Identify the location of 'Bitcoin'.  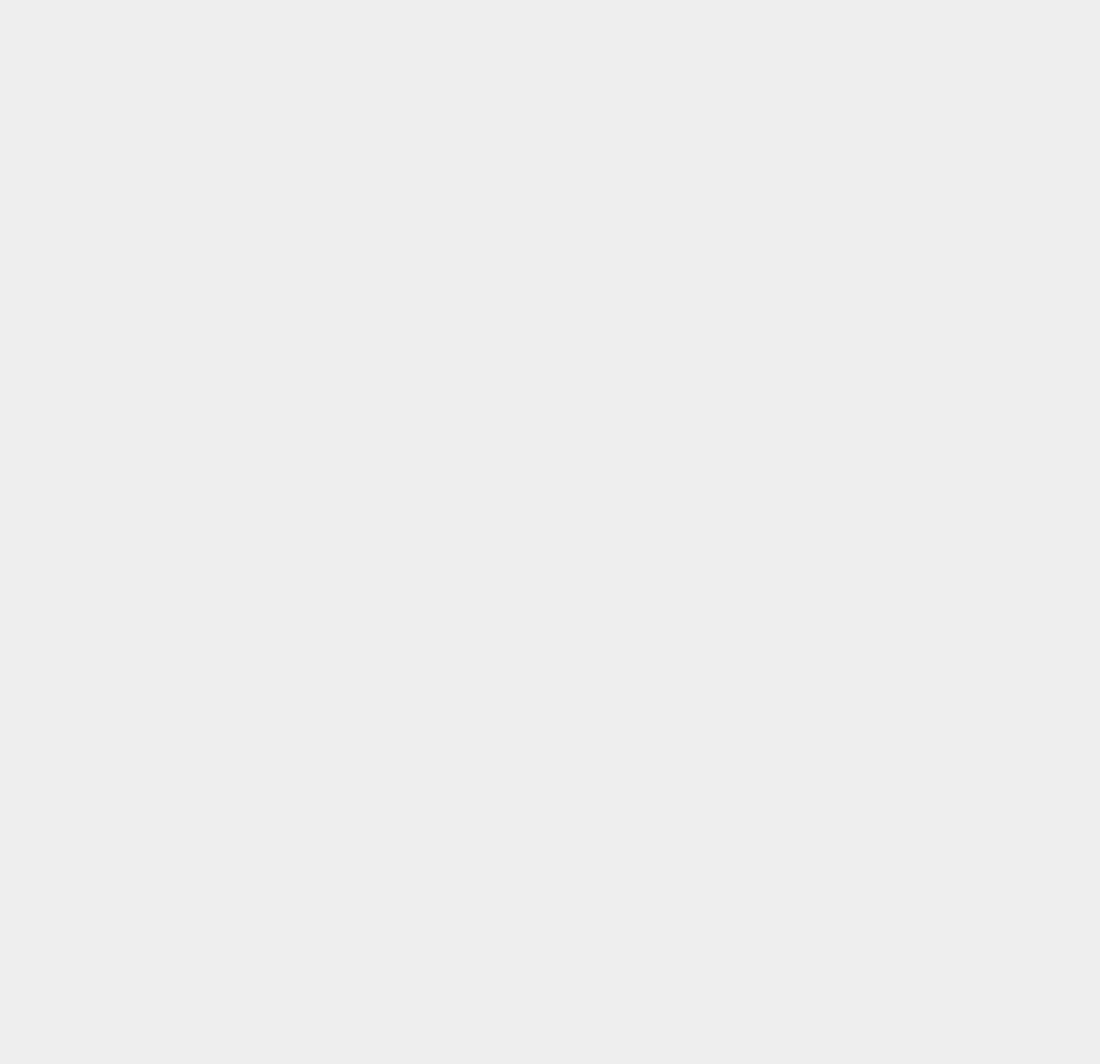
(799, 694).